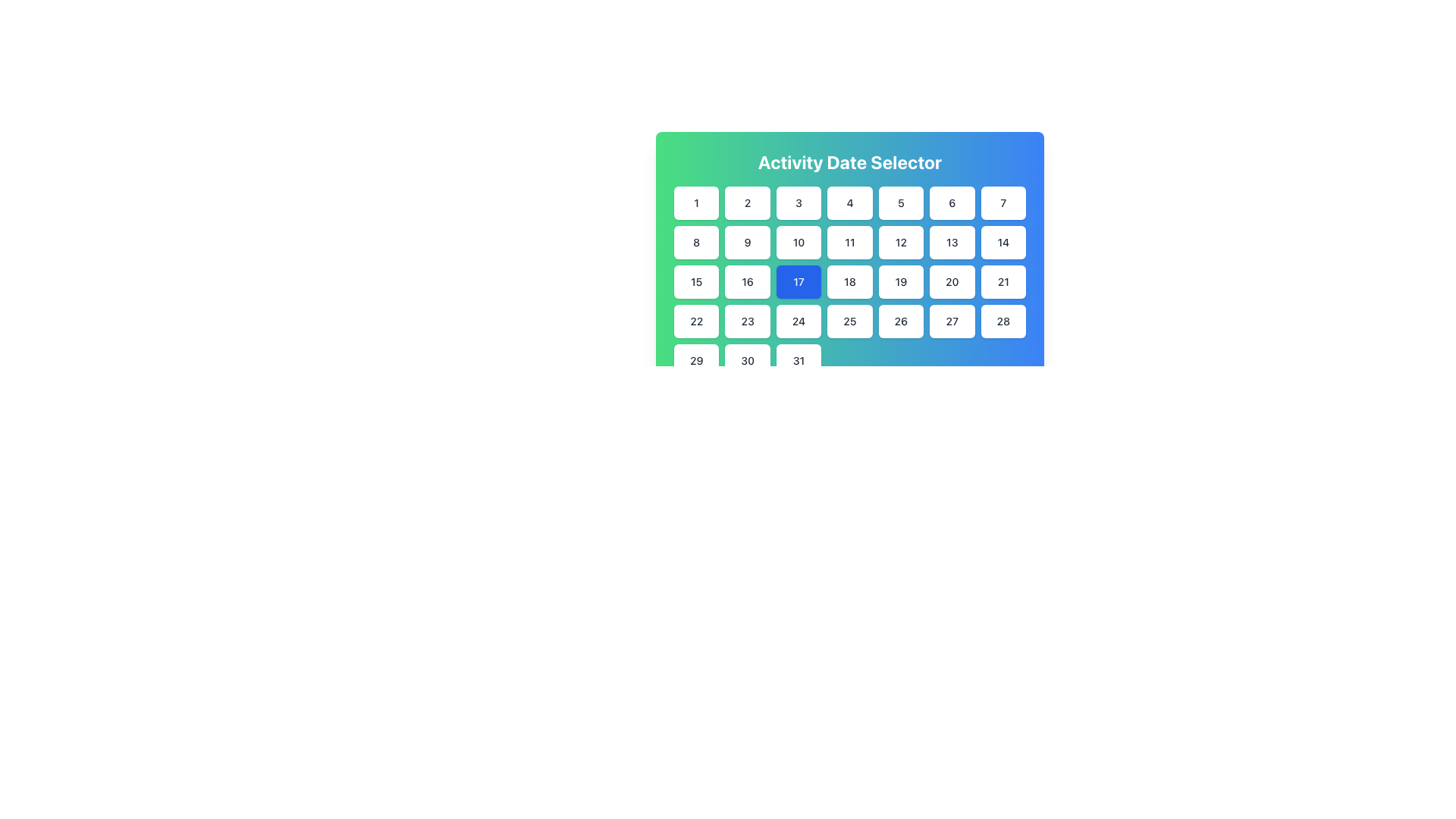  Describe the element at coordinates (695, 360) in the screenshot. I see `the 29th button in the date selector grid layout located in the bottom-left corner` at that location.